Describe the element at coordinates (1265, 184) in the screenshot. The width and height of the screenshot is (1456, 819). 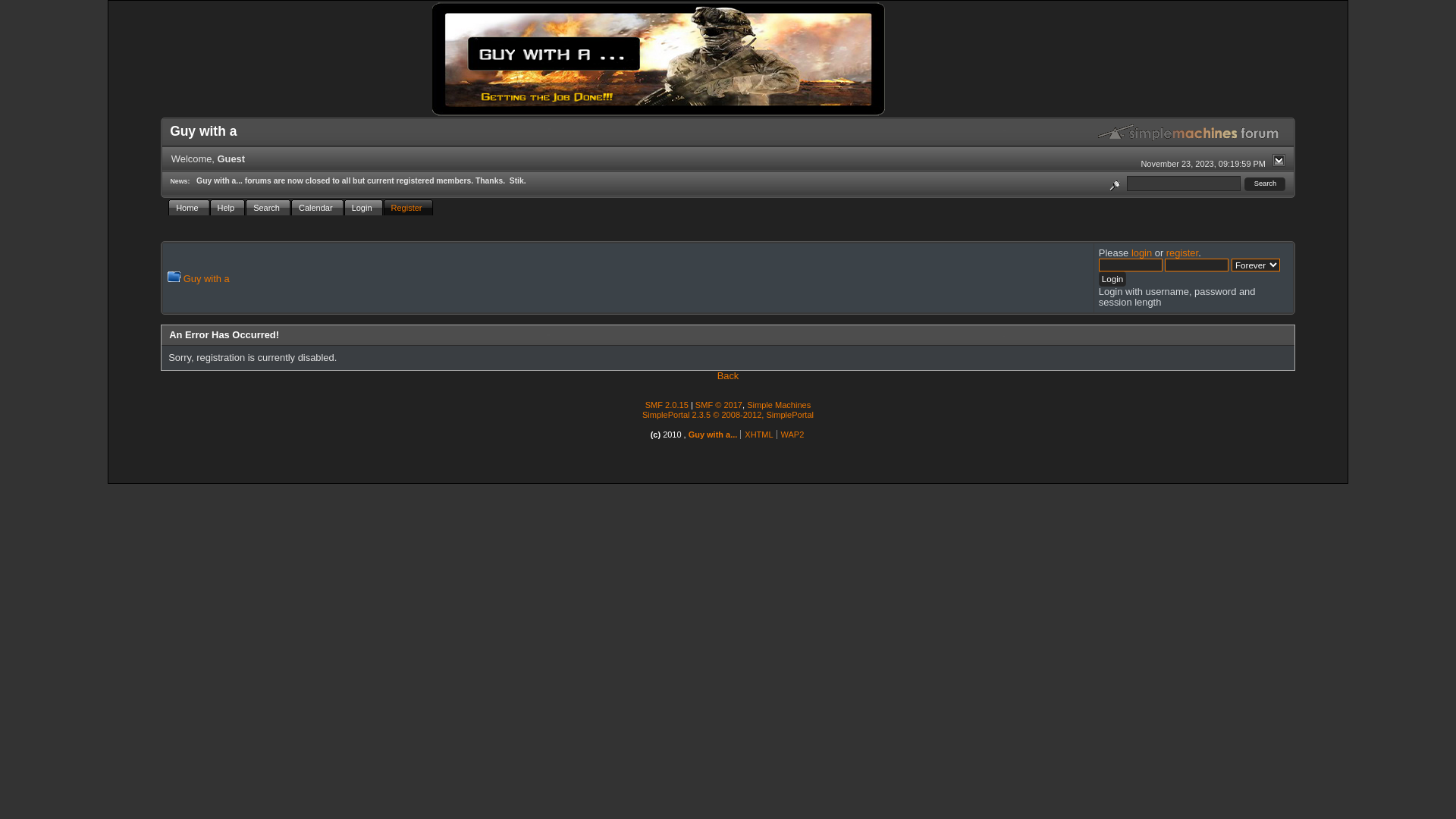
I see `'Search'` at that location.